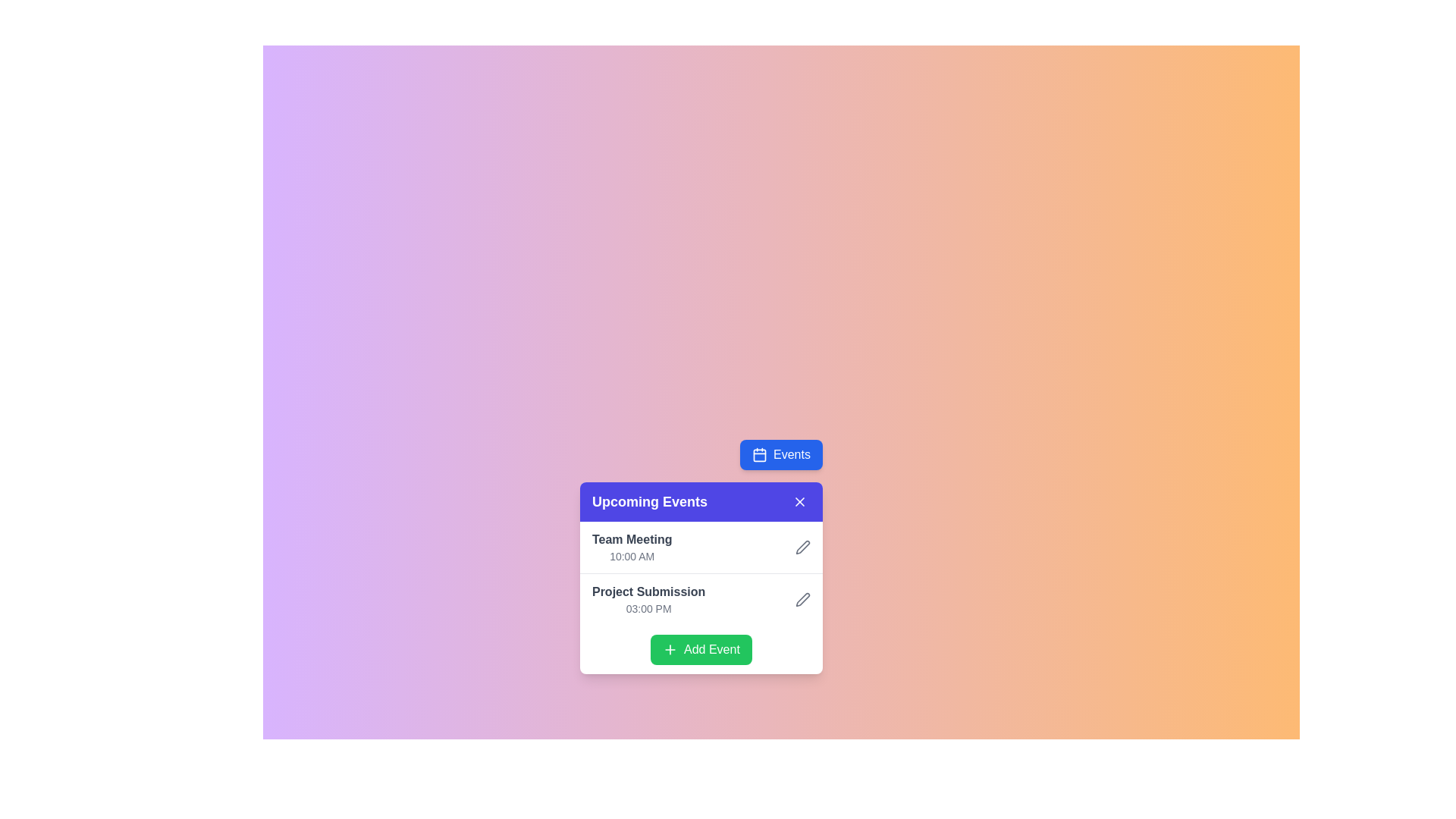 Image resolution: width=1456 pixels, height=819 pixels. Describe the element at coordinates (802, 598) in the screenshot. I see `the edit pen icon located to the right of 'Project Submission' and above '03:00 PM' in the 'Upcoming Events' list` at that location.